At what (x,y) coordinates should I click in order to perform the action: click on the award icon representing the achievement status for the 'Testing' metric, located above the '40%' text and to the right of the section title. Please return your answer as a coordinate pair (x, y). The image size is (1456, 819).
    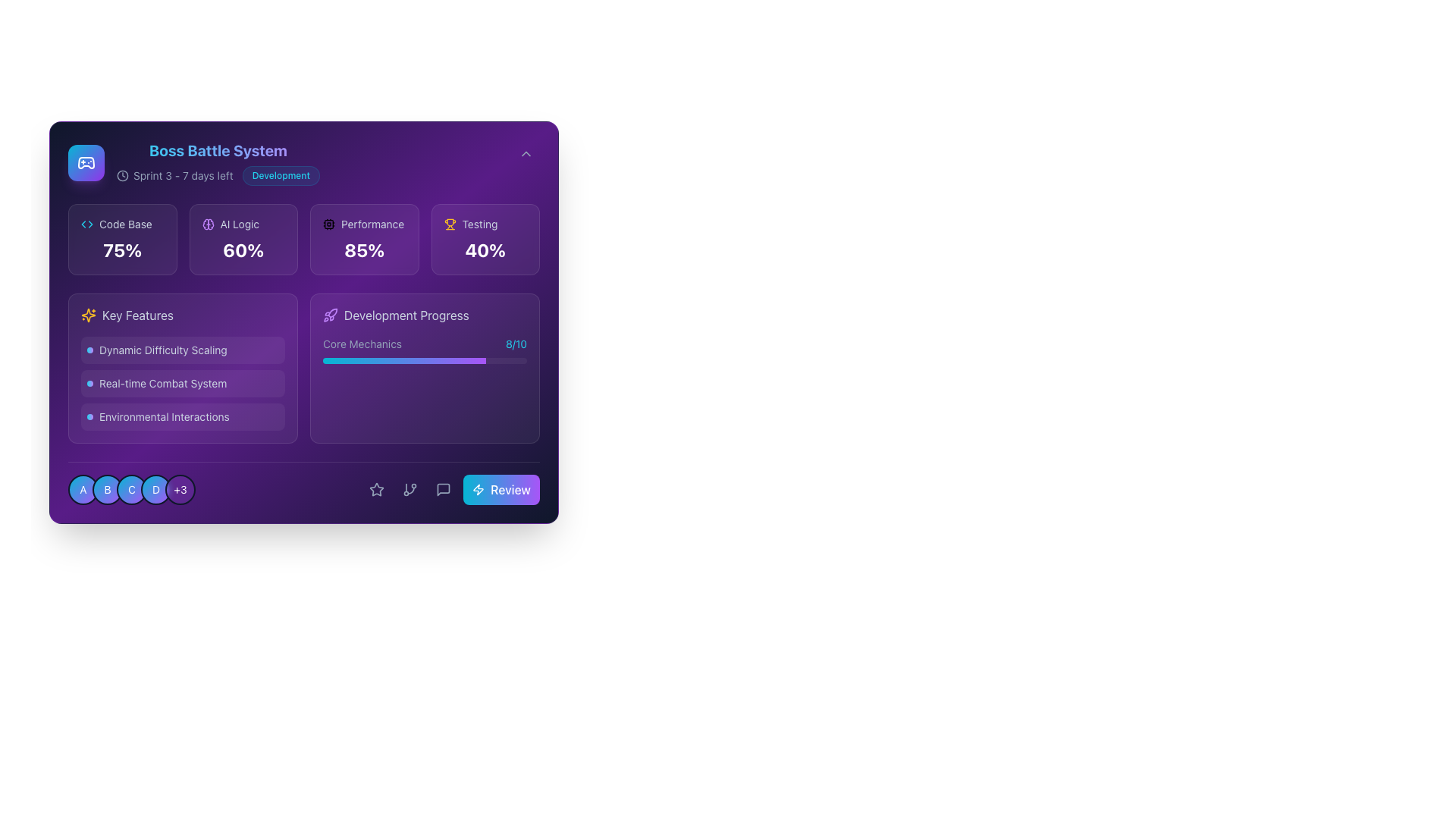
    Looking at the image, I should click on (449, 222).